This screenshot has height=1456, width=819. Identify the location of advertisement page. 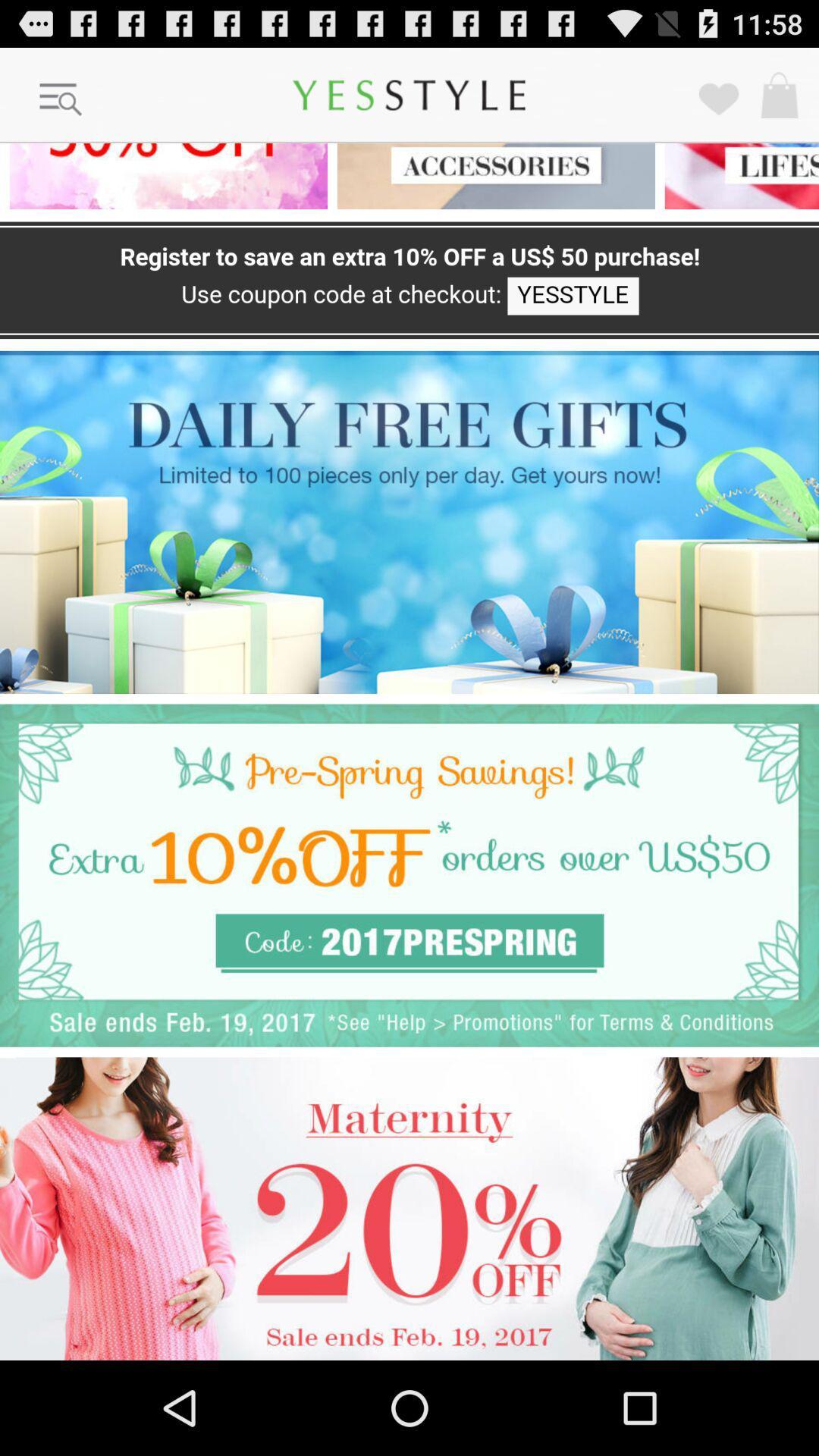
(164, 176).